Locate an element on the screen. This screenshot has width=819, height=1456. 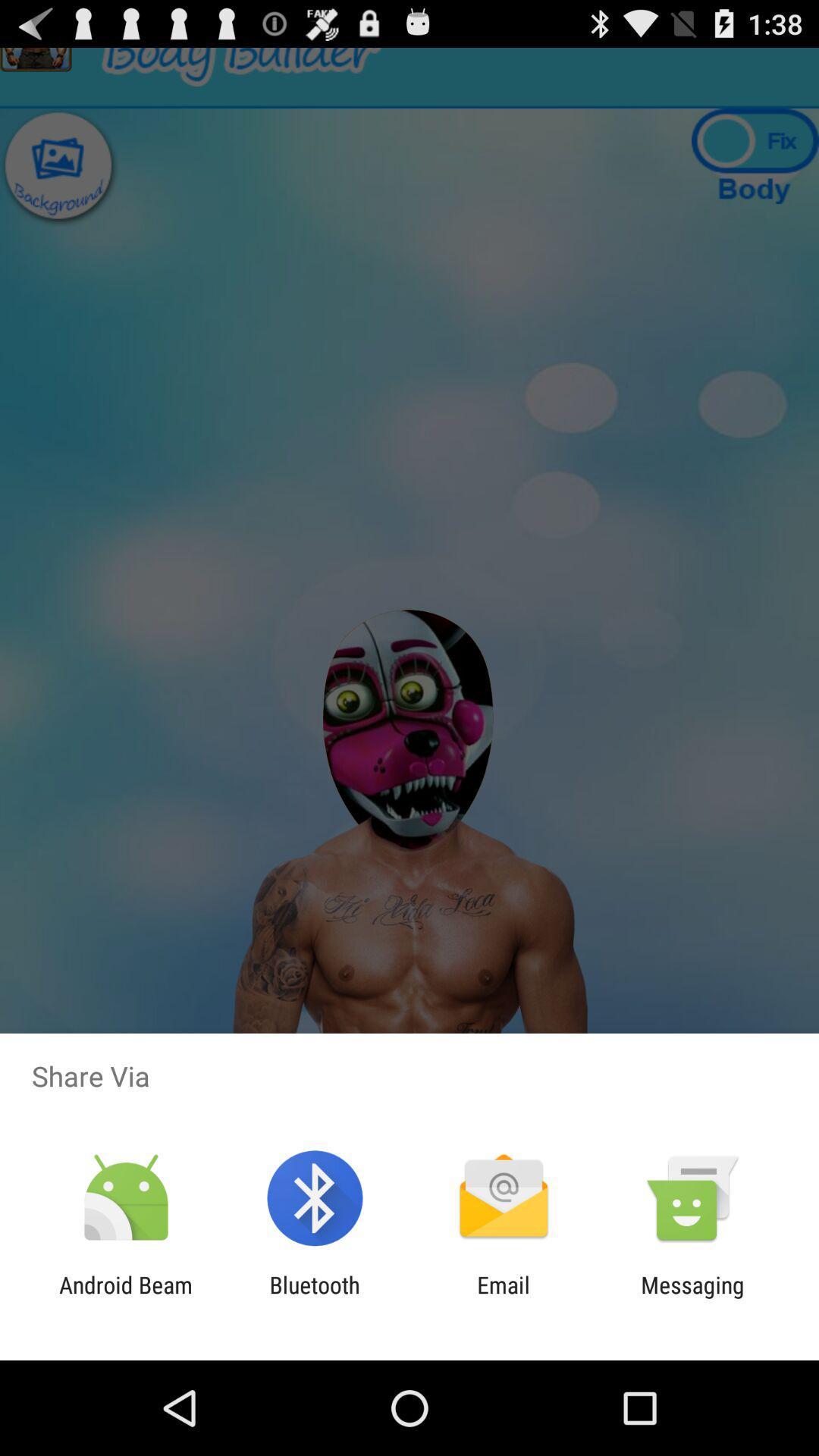
the icon to the left of the email icon is located at coordinates (314, 1298).